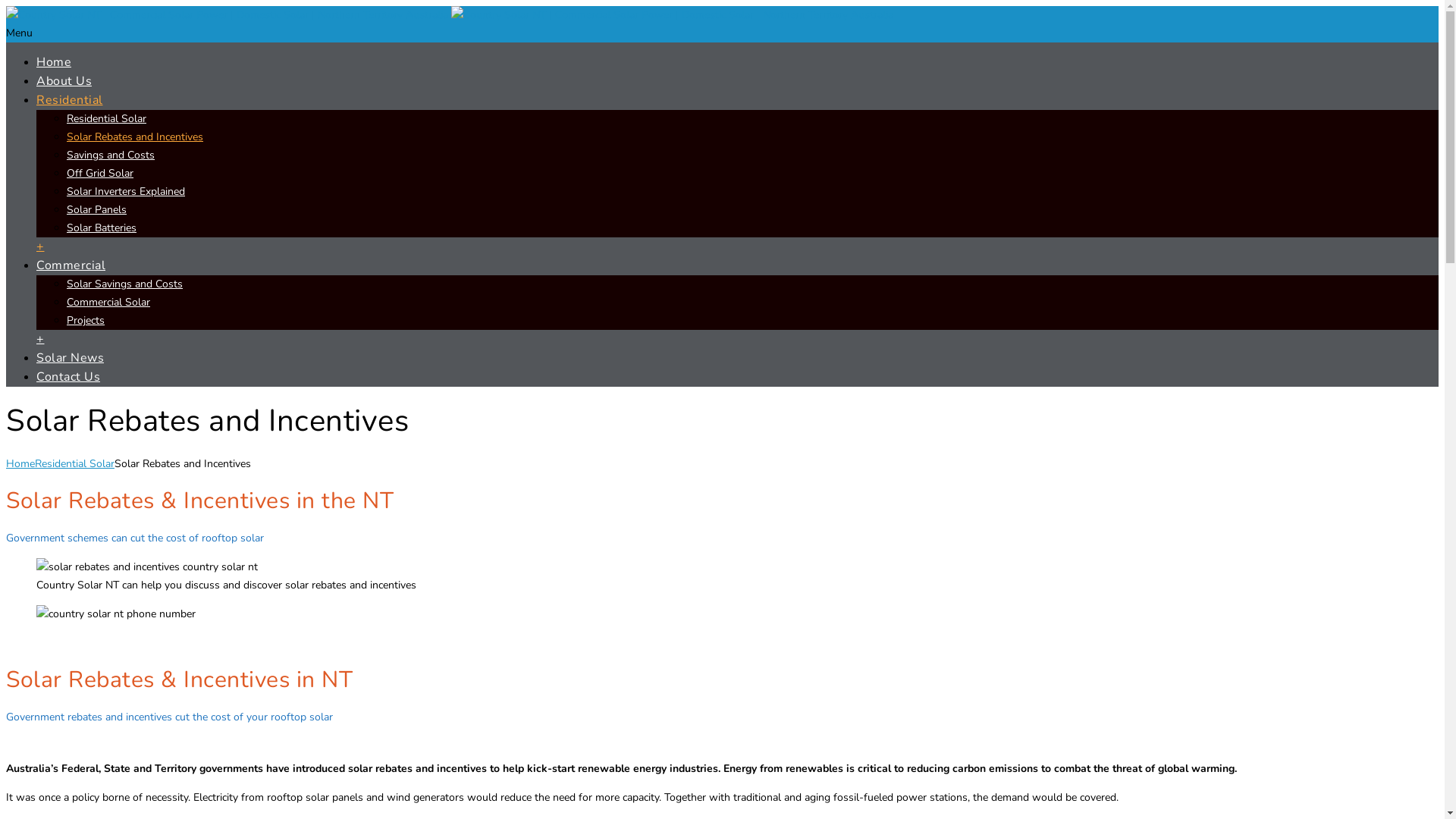  I want to click on 'Residential Solar', so click(105, 118).